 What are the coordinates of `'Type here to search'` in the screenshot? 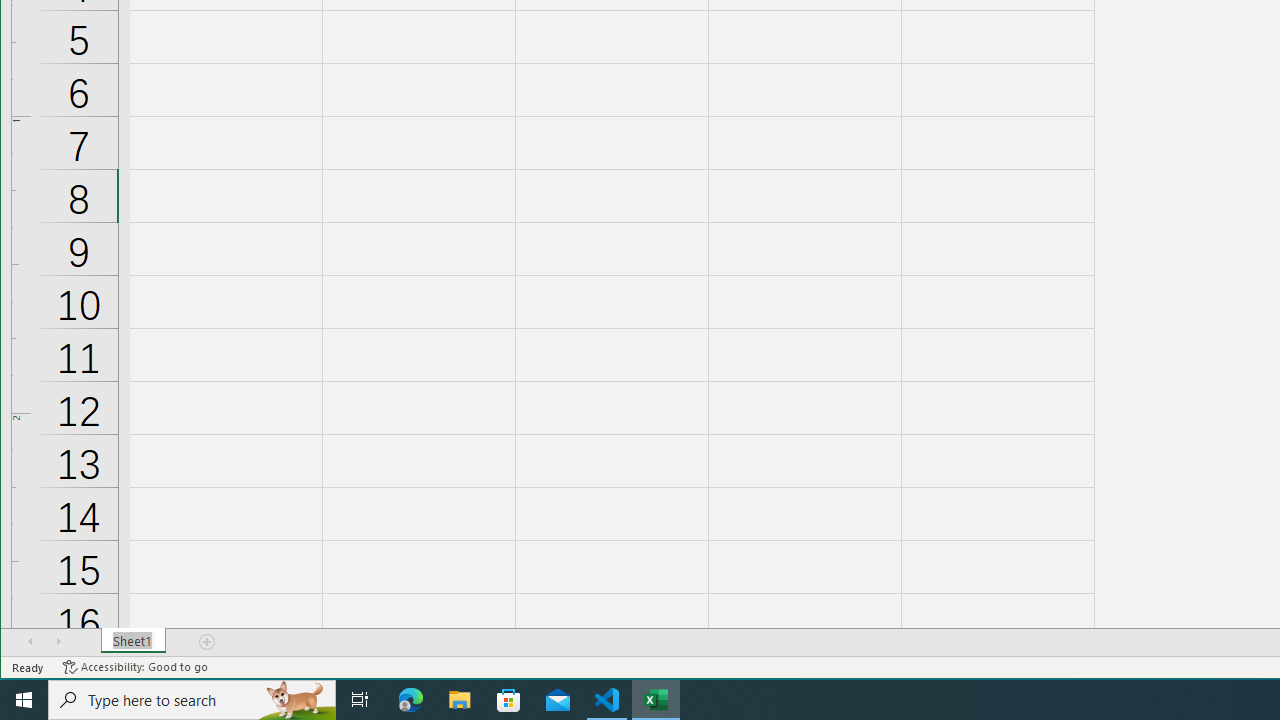 It's located at (192, 698).